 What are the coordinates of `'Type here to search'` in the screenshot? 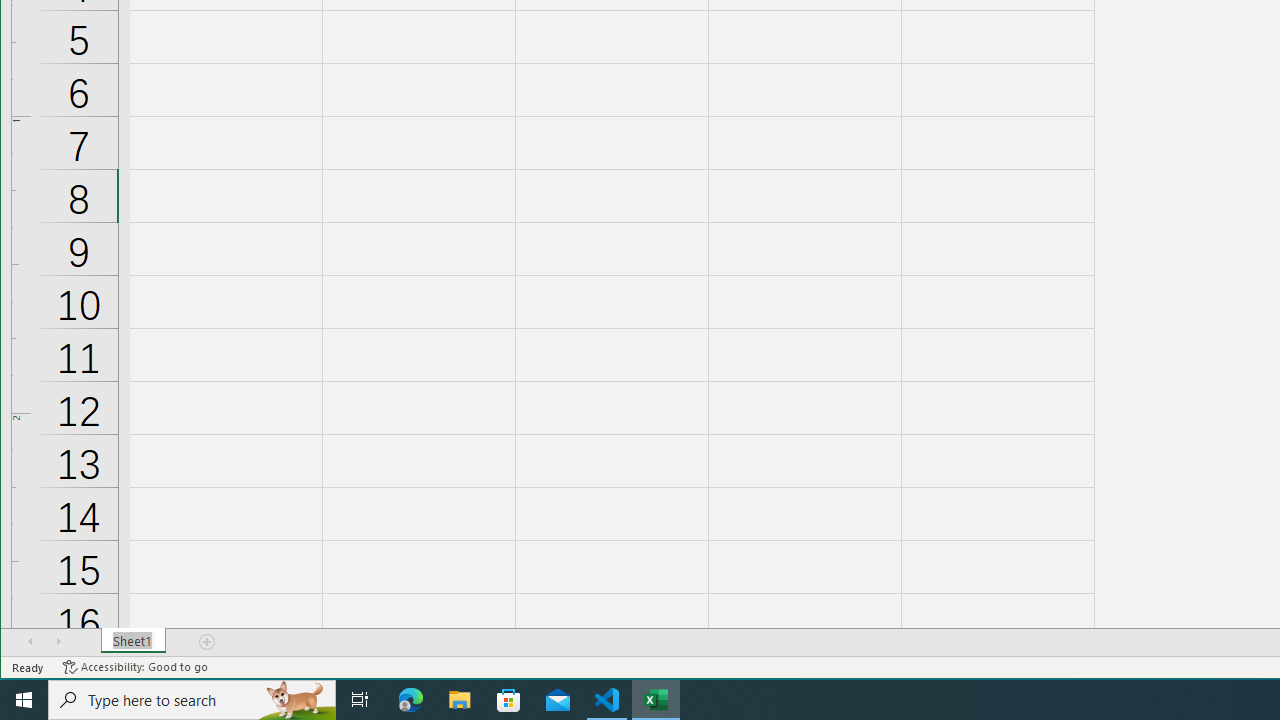 It's located at (192, 698).